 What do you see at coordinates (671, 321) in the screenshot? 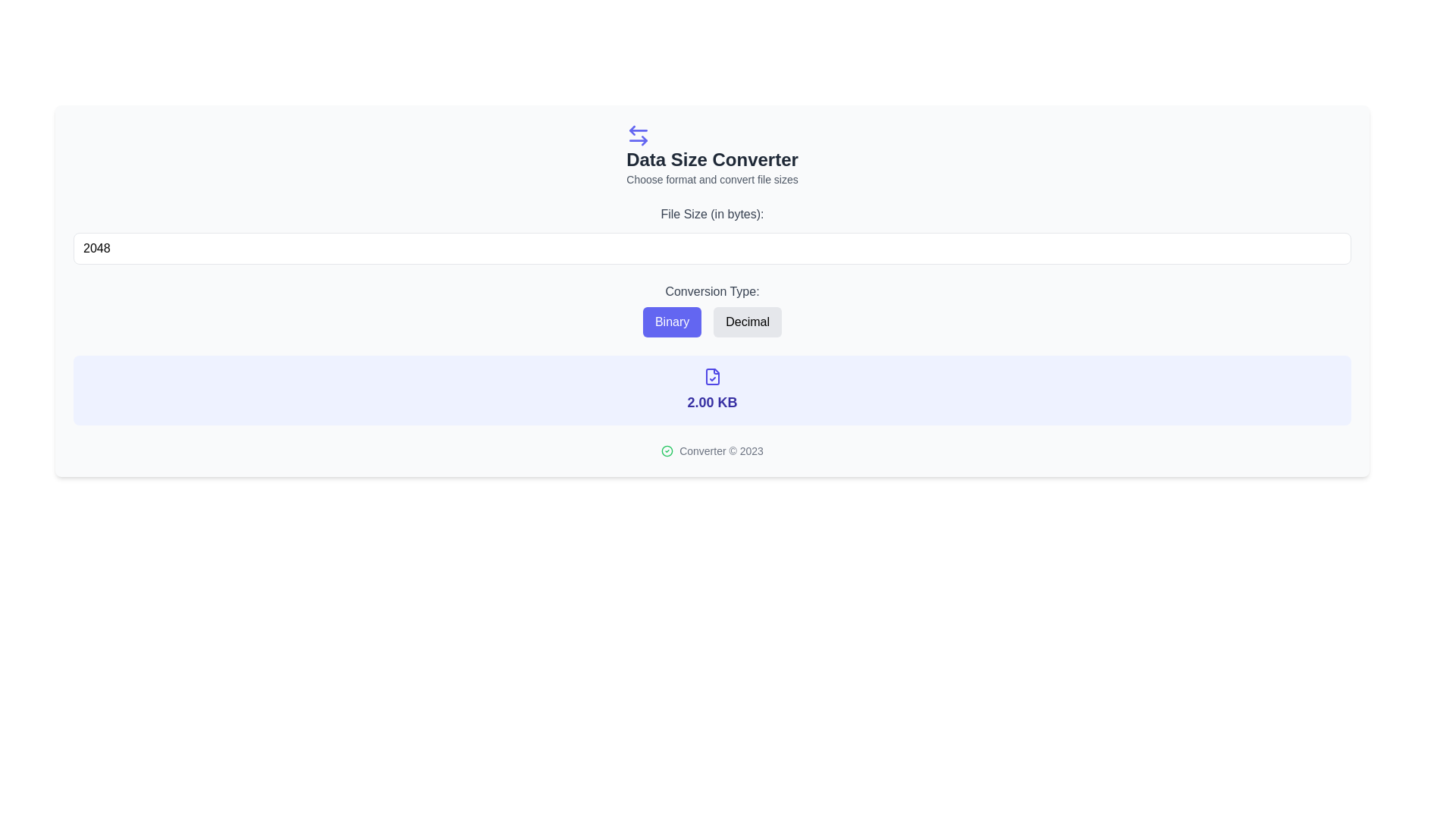
I see `the button labeled 'Binary' with a blue background and white text, which is located under the 'Conversion Type:' label` at bounding box center [671, 321].